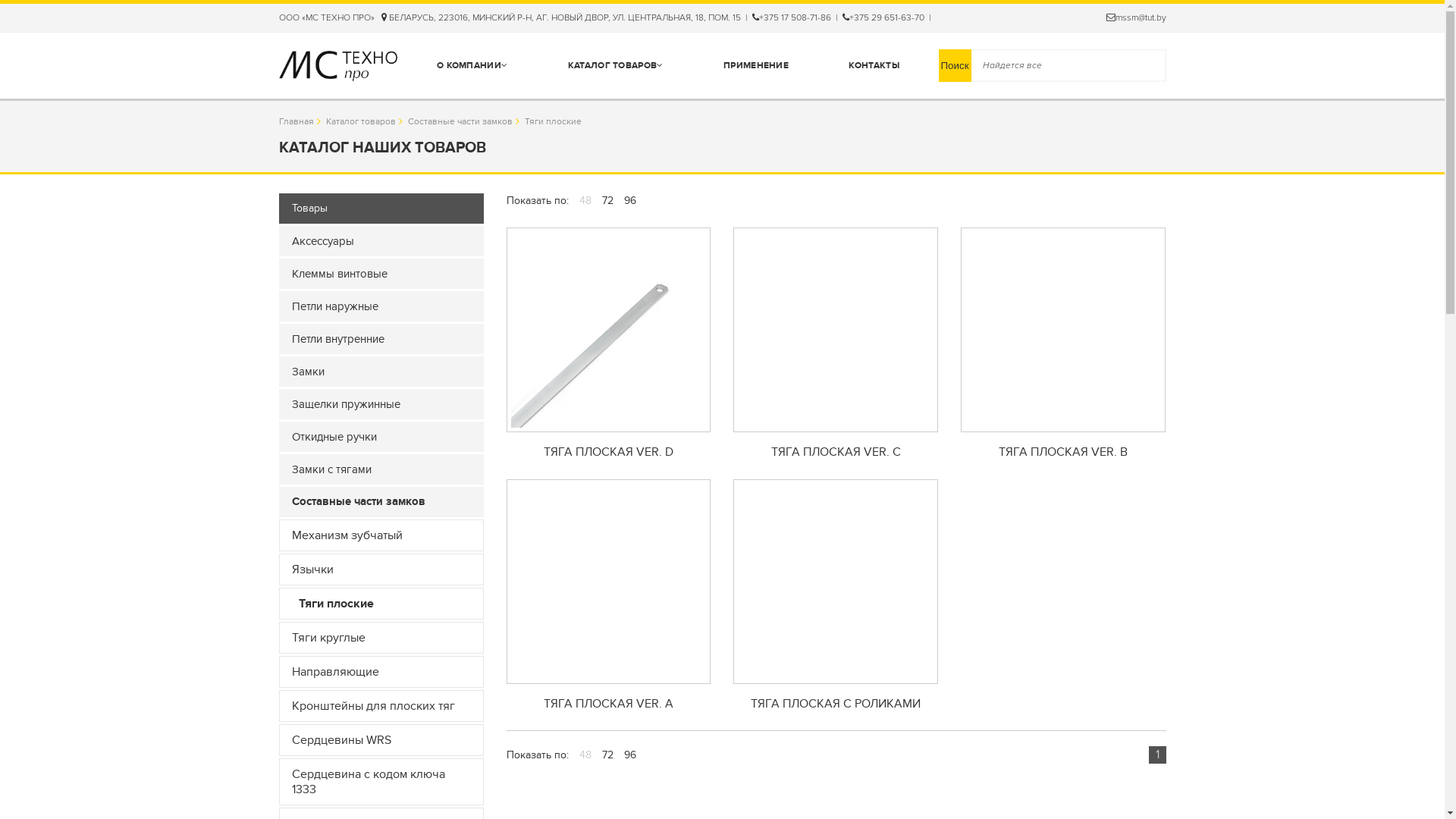 The image size is (1456, 819). Describe the element at coordinates (1135, 17) in the screenshot. I see `'mssm@tut.by'` at that location.